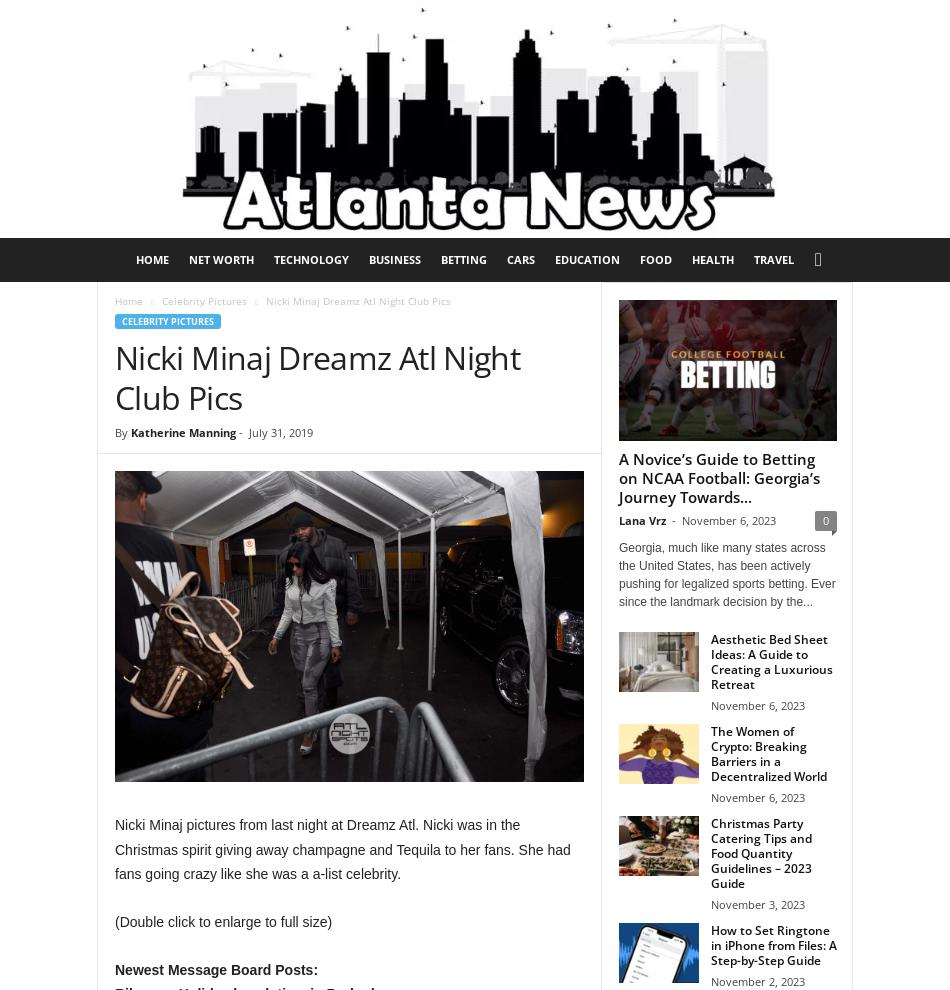 The image size is (950, 990). What do you see at coordinates (268, 823) in the screenshot?
I see `'Nicki Minaj pictures from last night at Dreamz Atl.'` at bounding box center [268, 823].